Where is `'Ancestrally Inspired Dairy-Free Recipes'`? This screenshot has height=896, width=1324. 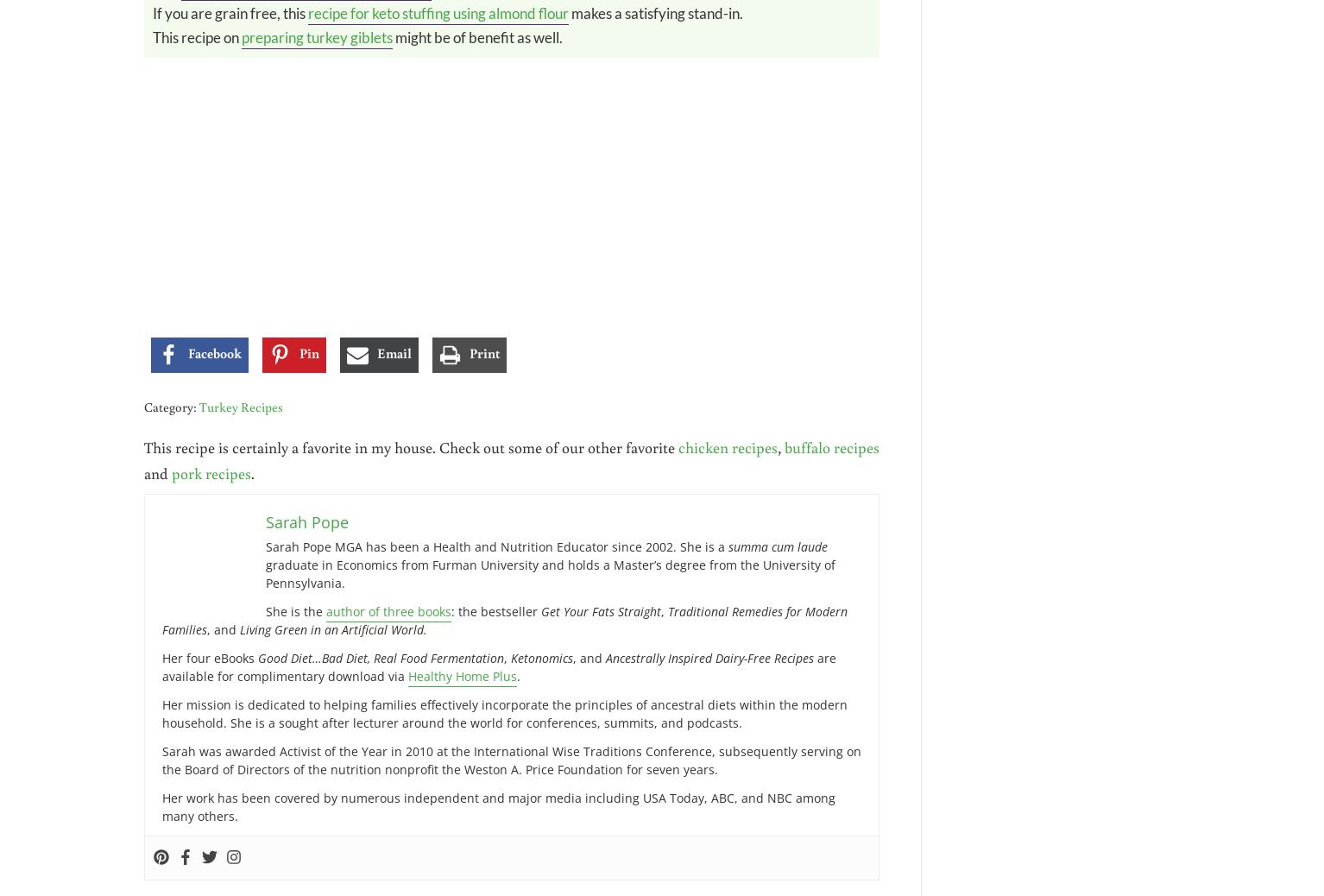 'Ancestrally Inspired Dairy-Free Recipes' is located at coordinates (709, 656).